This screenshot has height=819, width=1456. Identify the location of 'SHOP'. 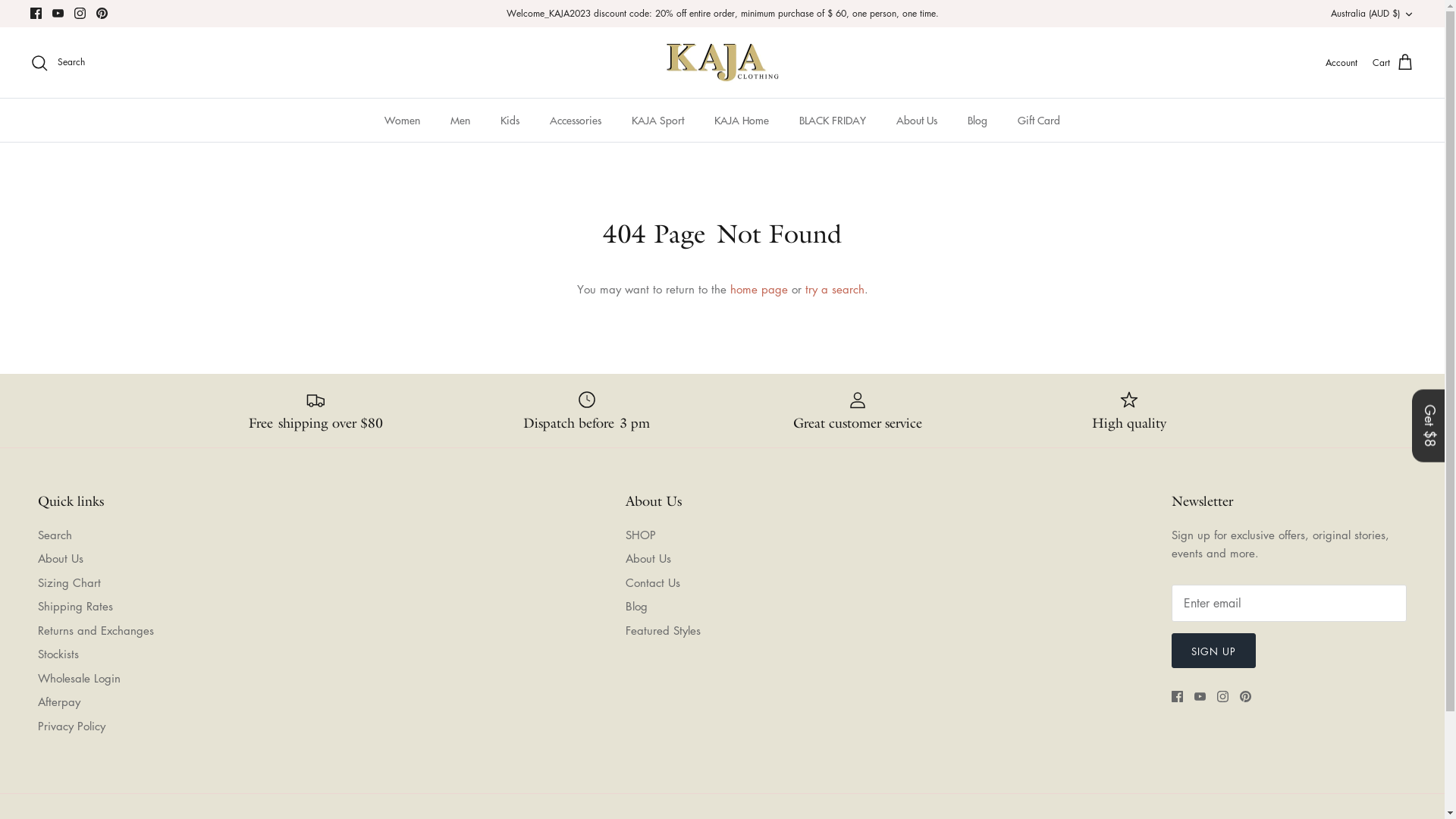
(640, 534).